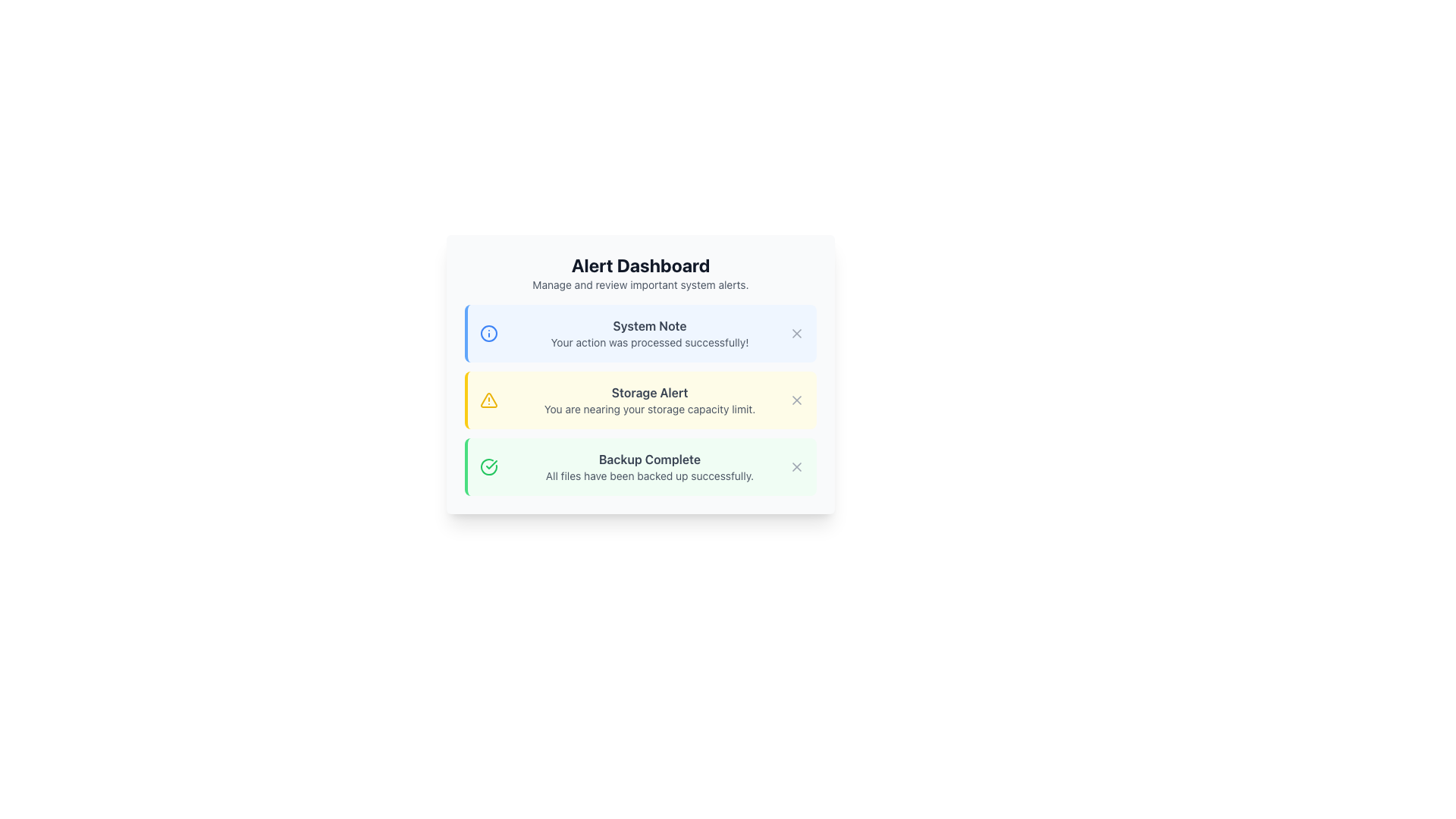 Image resolution: width=1456 pixels, height=819 pixels. What do you see at coordinates (650, 400) in the screenshot?
I see `the informational Text Label that indicates nearing storage capacity limit, located in the middle notification section of the 'Alert Dashboard', positioned between 'System Note' and 'Backup Complete' notifications` at bounding box center [650, 400].